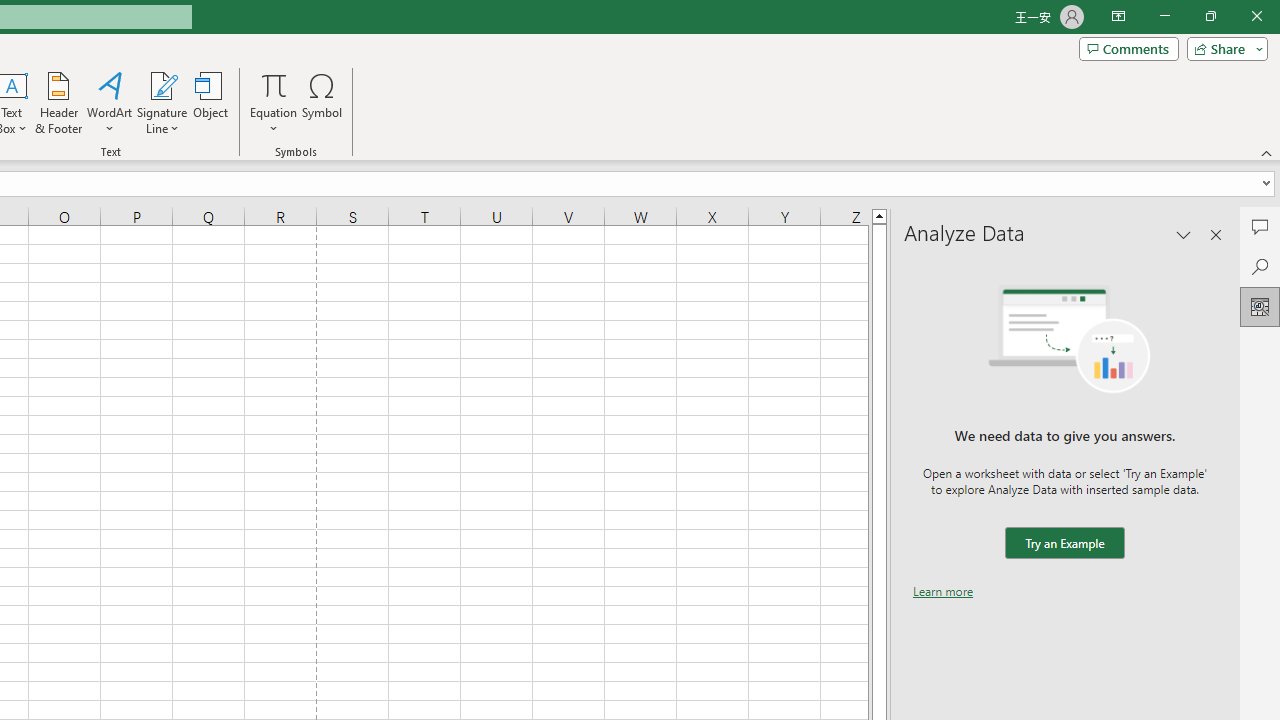 Image resolution: width=1280 pixels, height=720 pixels. What do you see at coordinates (161, 84) in the screenshot?
I see `'Signature Line'` at bounding box center [161, 84].